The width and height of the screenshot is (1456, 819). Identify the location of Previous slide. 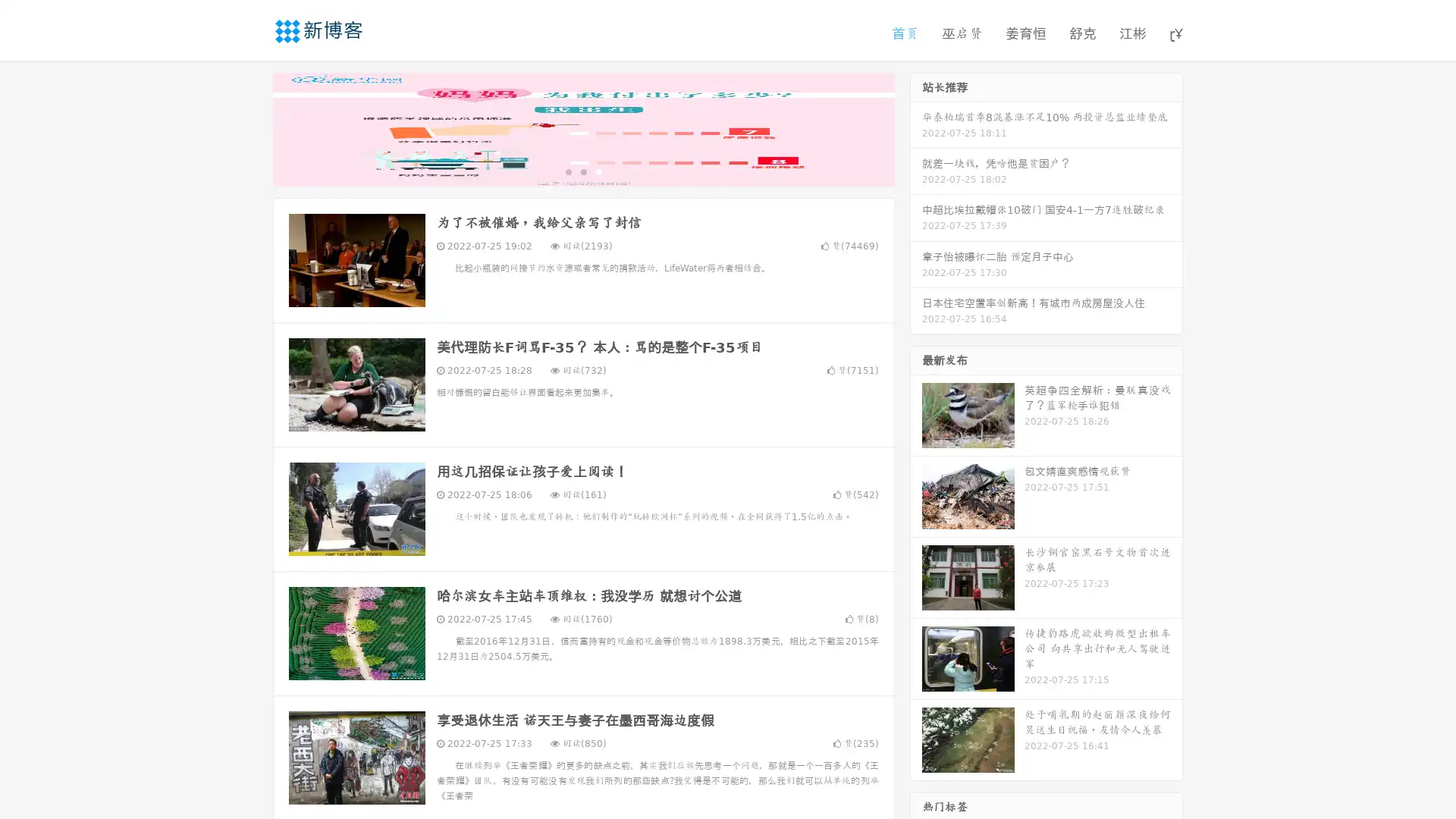
(250, 127).